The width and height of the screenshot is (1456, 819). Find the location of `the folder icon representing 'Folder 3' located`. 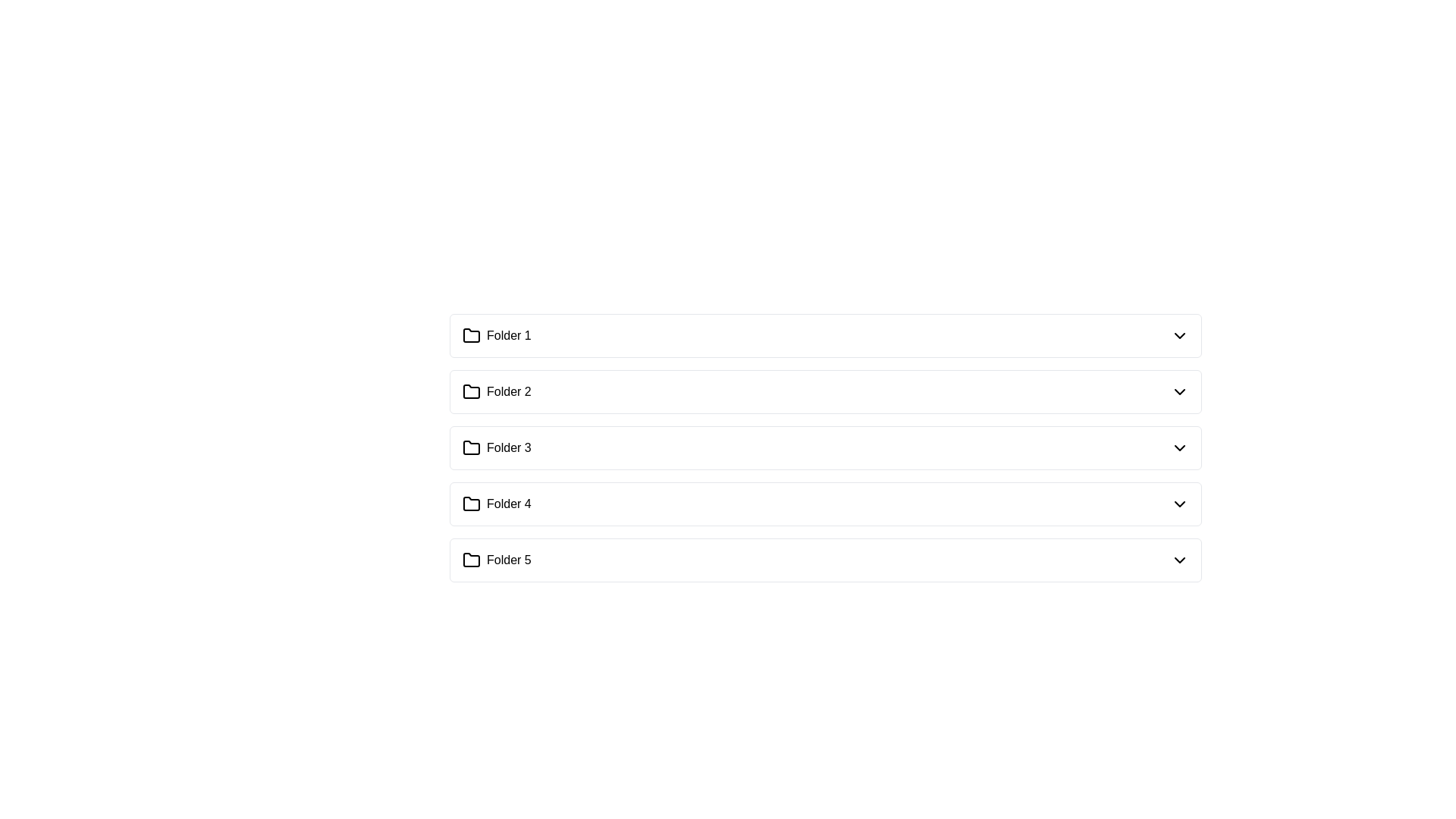

the folder icon representing 'Folder 3' located is located at coordinates (471, 447).